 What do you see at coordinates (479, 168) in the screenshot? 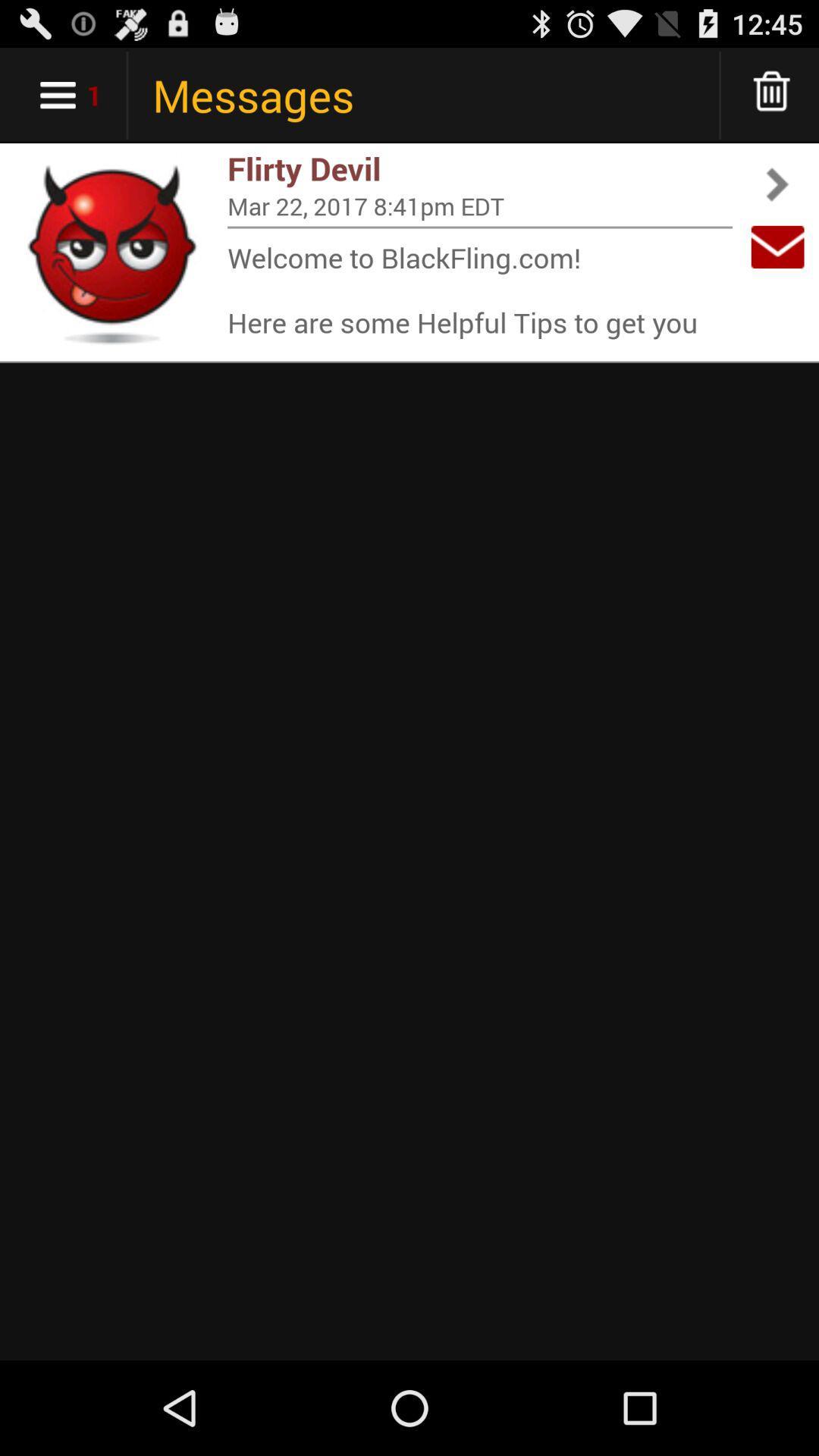
I see `the app below messages app` at bounding box center [479, 168].